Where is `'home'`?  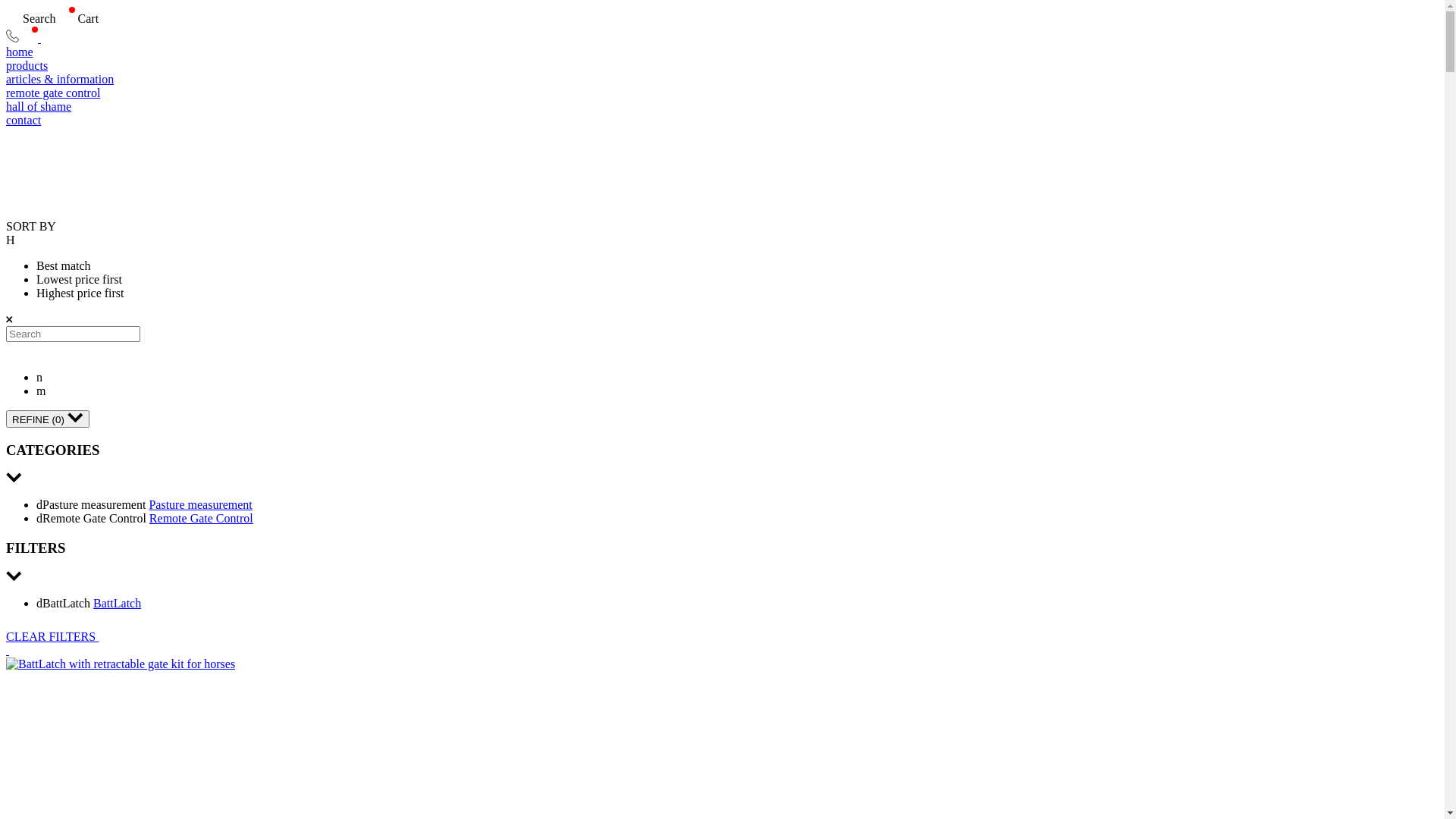 'home' is located at coordinates (721, 52).